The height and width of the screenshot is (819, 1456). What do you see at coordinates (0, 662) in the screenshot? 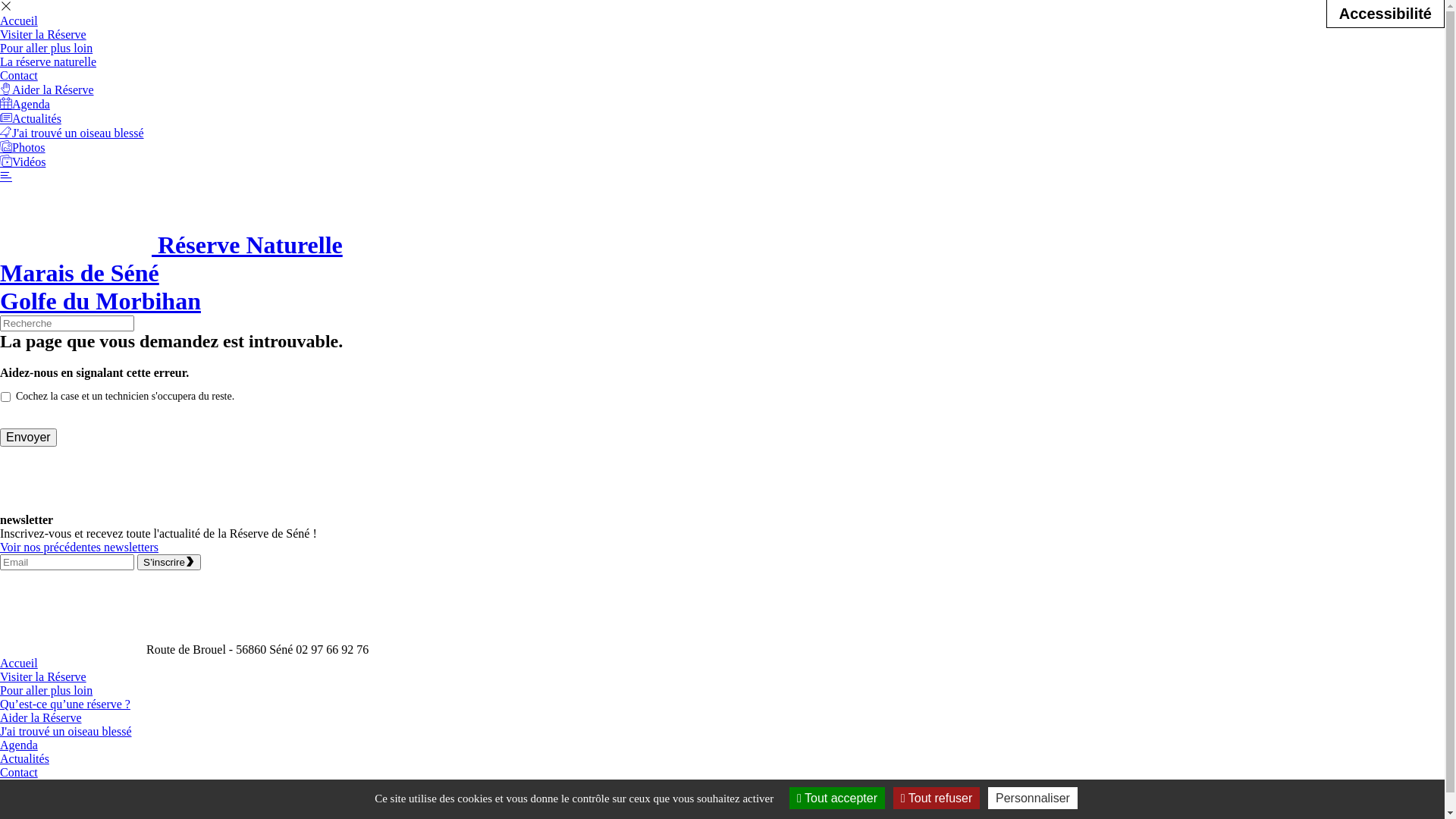
I see `'Accueil'` at bounding box center [0, 662].